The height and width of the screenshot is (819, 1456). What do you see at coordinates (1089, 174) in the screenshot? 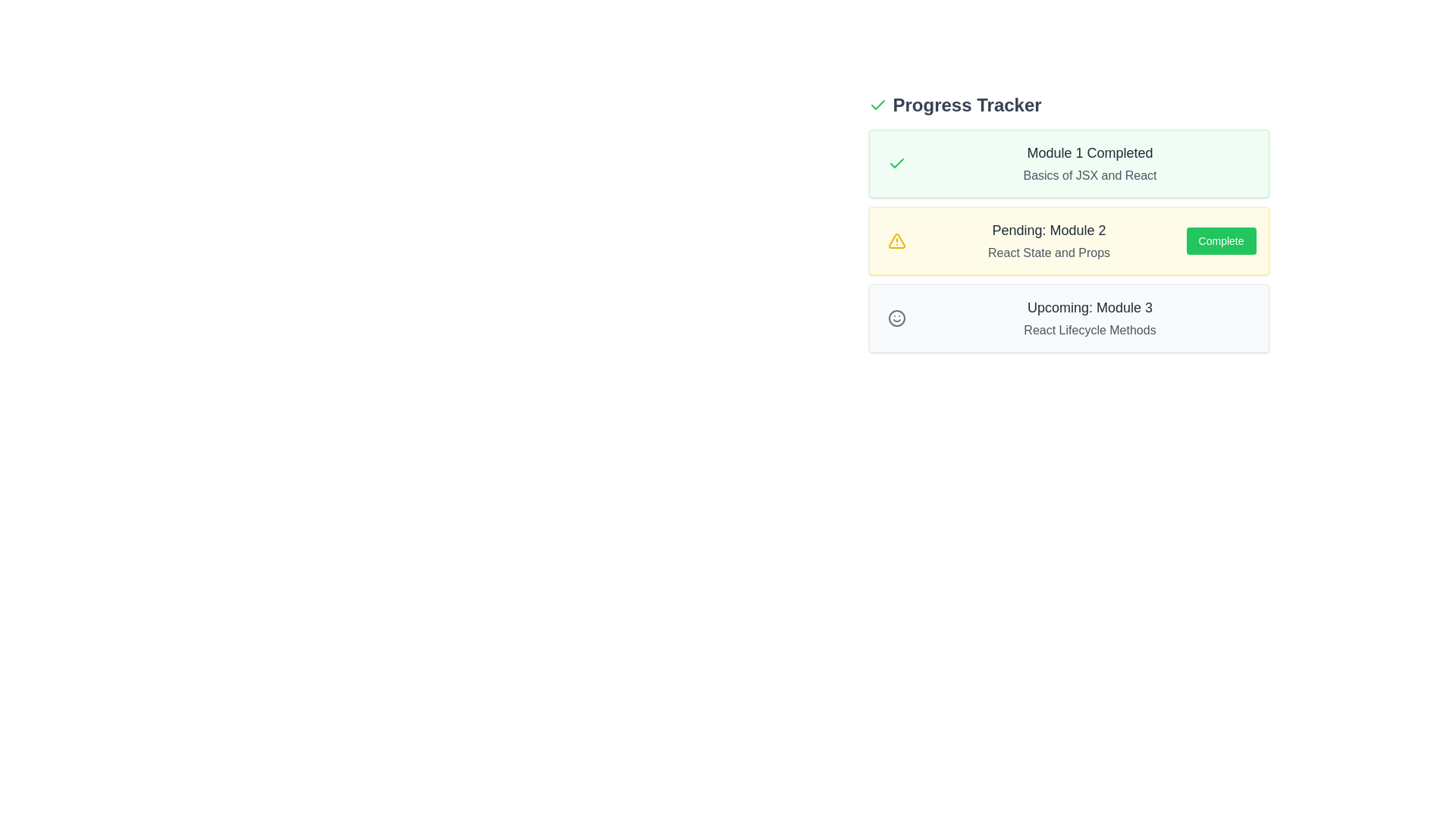
I see `text label that says 'Basics of JSX and React', which is located below 'Module 1 Completed' in the progress tracker interface, inside a green-highlighted box` at bounding box center [1089, 174].